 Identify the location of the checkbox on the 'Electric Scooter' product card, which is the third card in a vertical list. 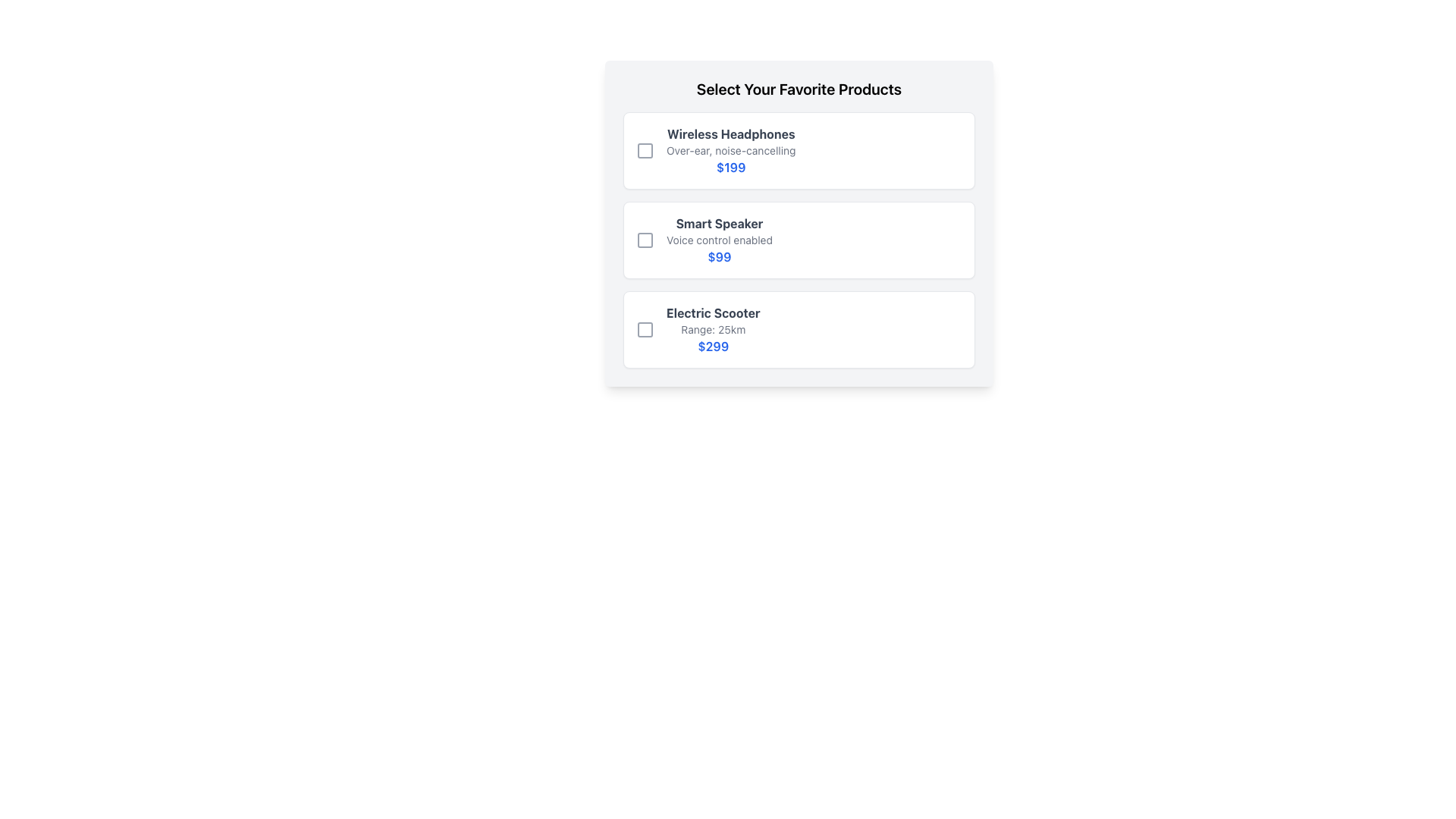
(799, 329).